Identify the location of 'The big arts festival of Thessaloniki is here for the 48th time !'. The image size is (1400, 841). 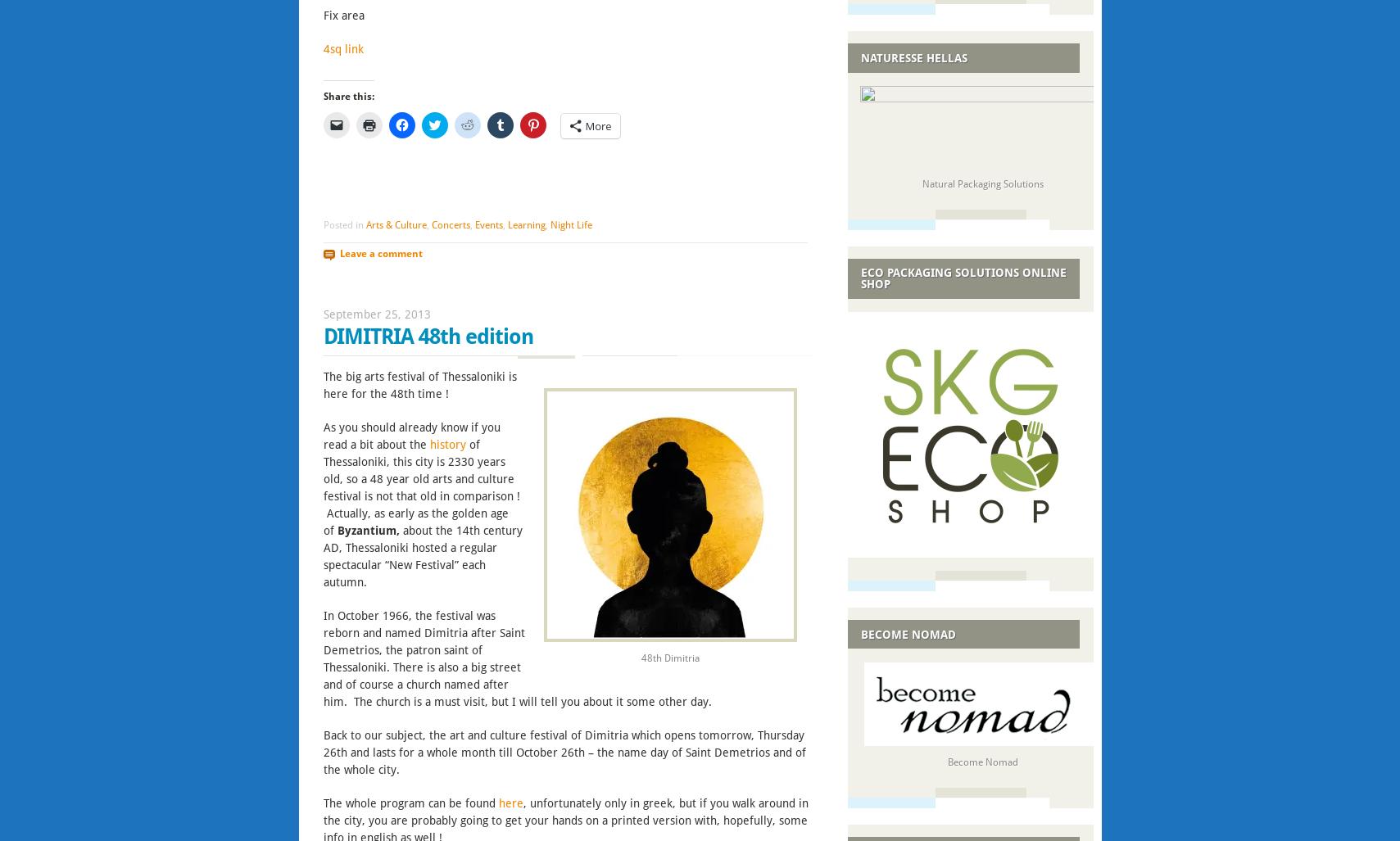
(419, 384).